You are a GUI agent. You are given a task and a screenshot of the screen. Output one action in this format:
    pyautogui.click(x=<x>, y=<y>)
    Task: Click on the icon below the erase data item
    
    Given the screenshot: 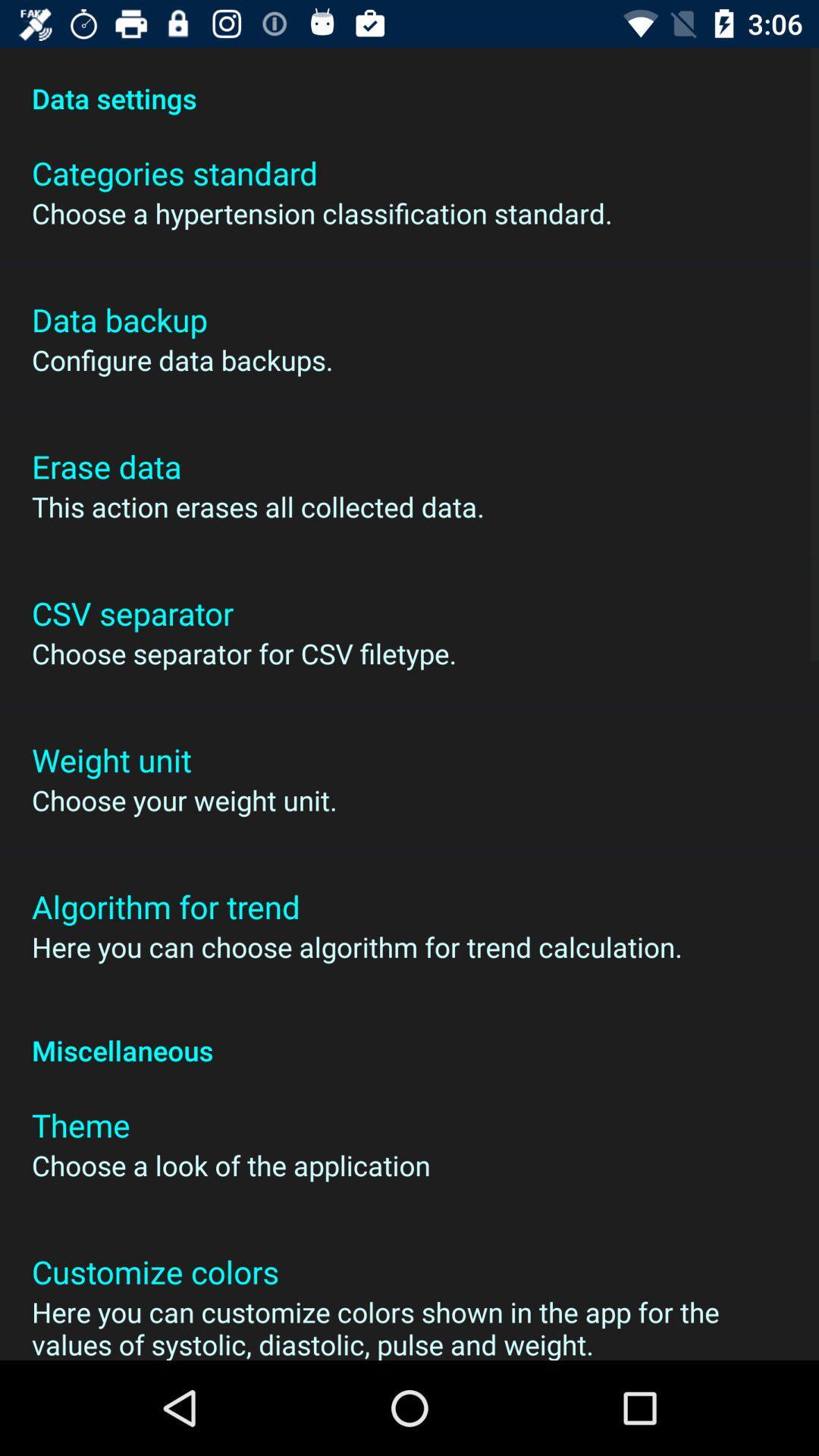 What is the action you would take?
    pyautogui.click(x=257, y=507)
    